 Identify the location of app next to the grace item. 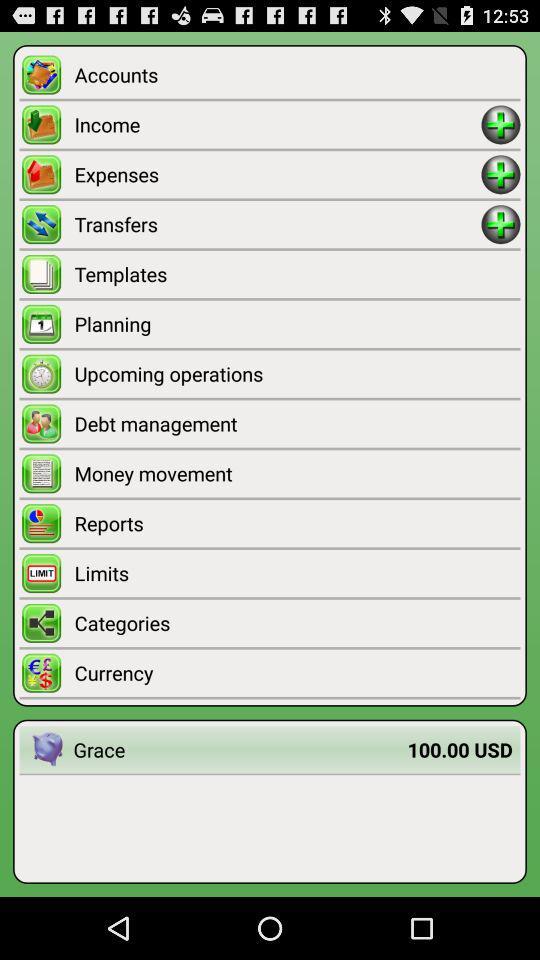
(47, 748).